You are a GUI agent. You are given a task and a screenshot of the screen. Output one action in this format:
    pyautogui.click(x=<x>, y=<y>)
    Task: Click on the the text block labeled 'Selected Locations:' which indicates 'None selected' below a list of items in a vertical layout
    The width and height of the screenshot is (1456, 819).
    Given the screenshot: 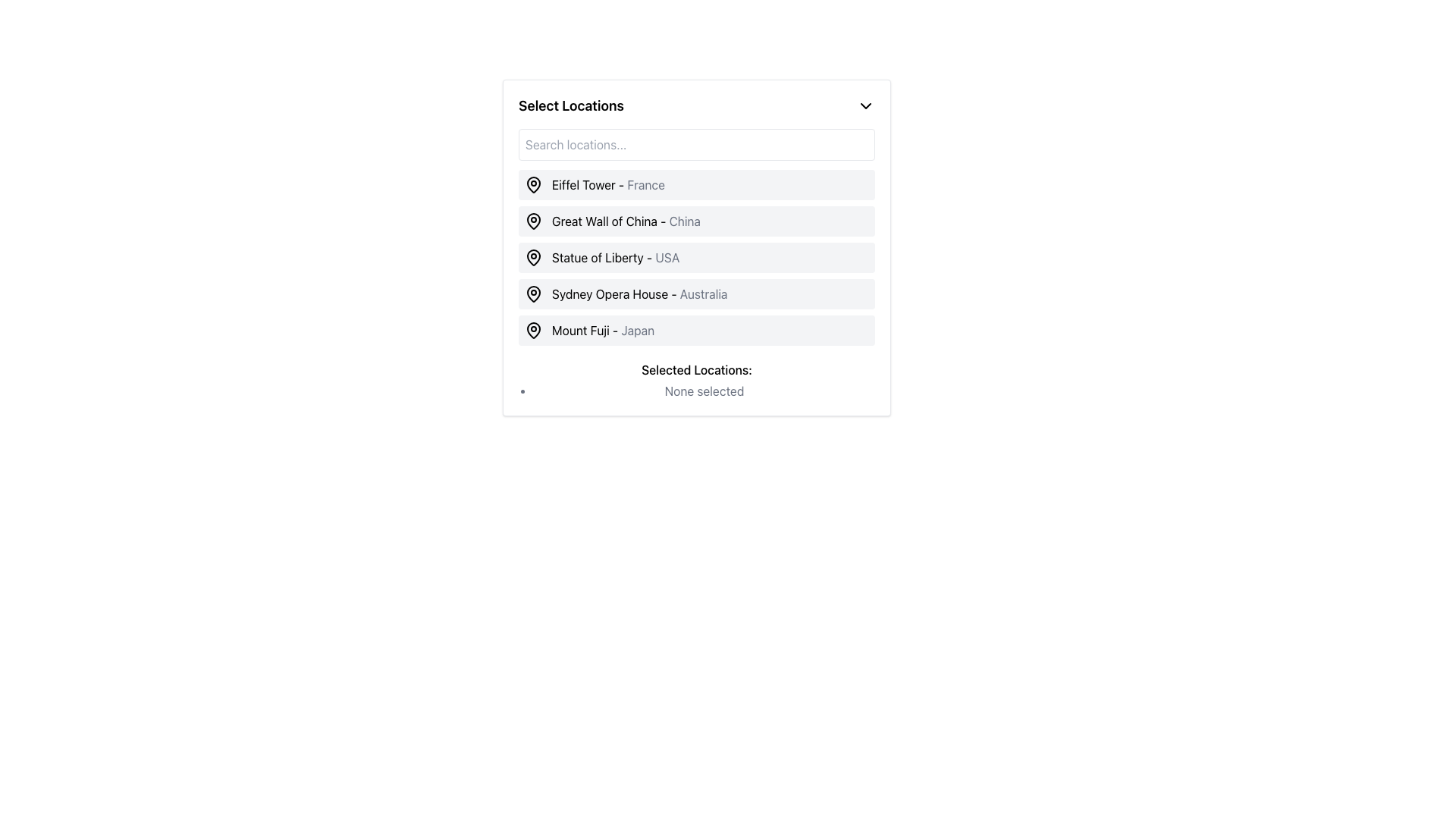 What is the action you would take?
    pyautogui.click(x=695, y=379)
    